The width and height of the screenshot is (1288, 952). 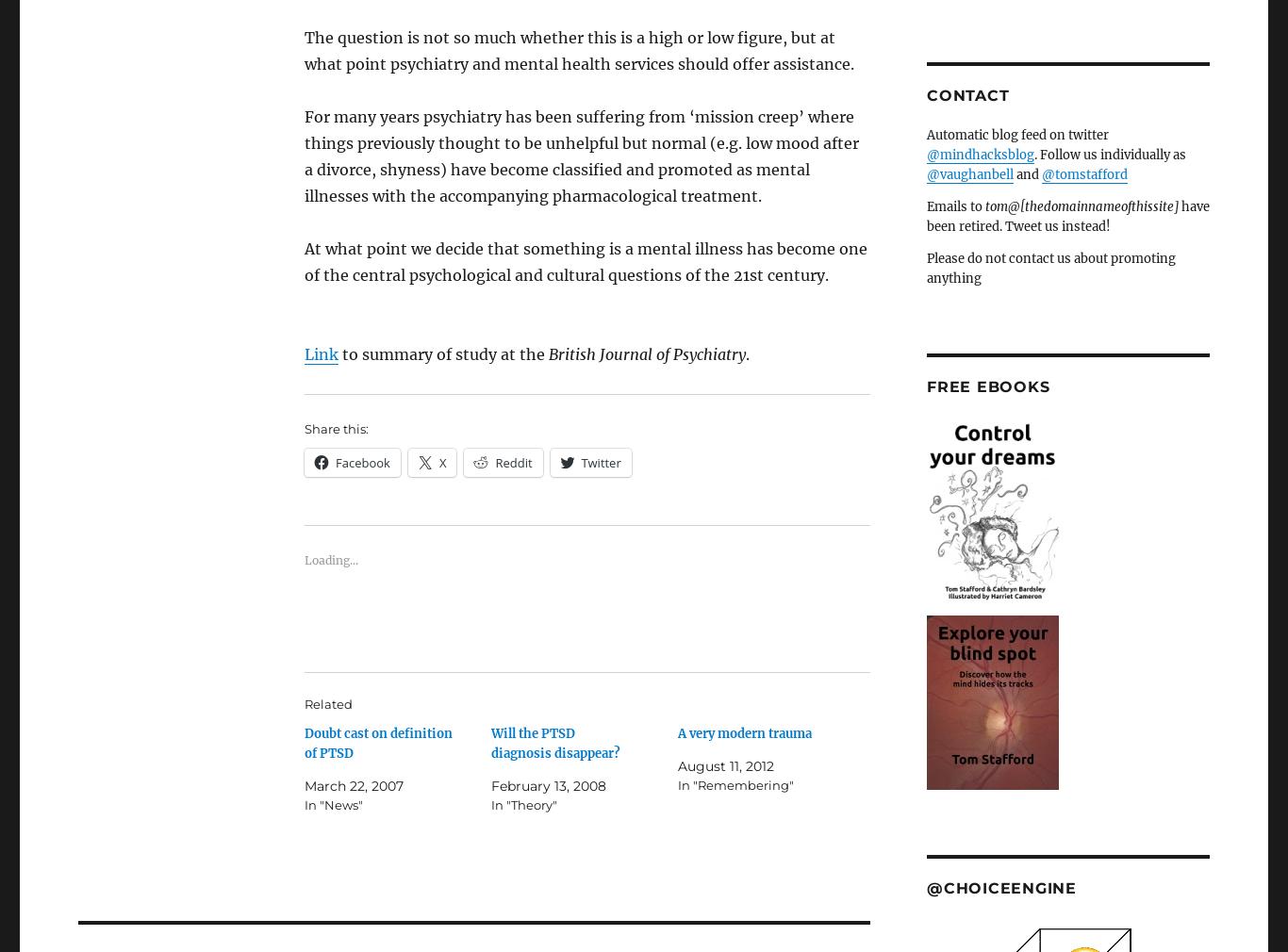 What do you see at coordinates (578, 50) in the screenshot?
I see `'The question is not so much whether this is a high or low figure, but at what point psychiatry and mental health services should offer assistance.'` at bounding box center [578, 50].